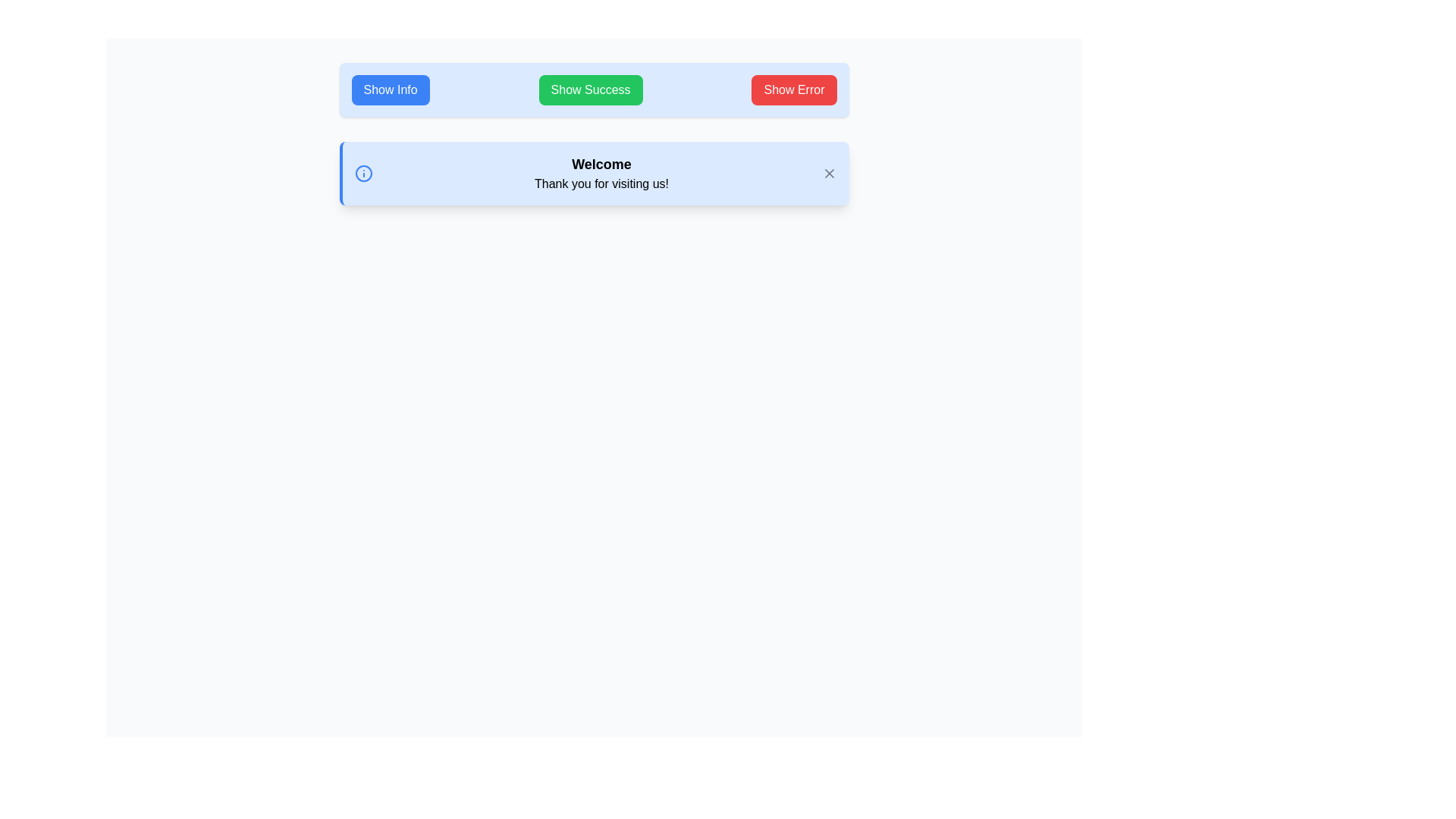 Image resolution: width=1456 pixels, height=819 pixels. What do you see at coordinates (362, 172) in the screenshot?
I see `the circular icon with a blue outline and an information mark symbol, located inside the notification box adjacent to the text starting with 'Welcome'` at bounding box center [362, 172].